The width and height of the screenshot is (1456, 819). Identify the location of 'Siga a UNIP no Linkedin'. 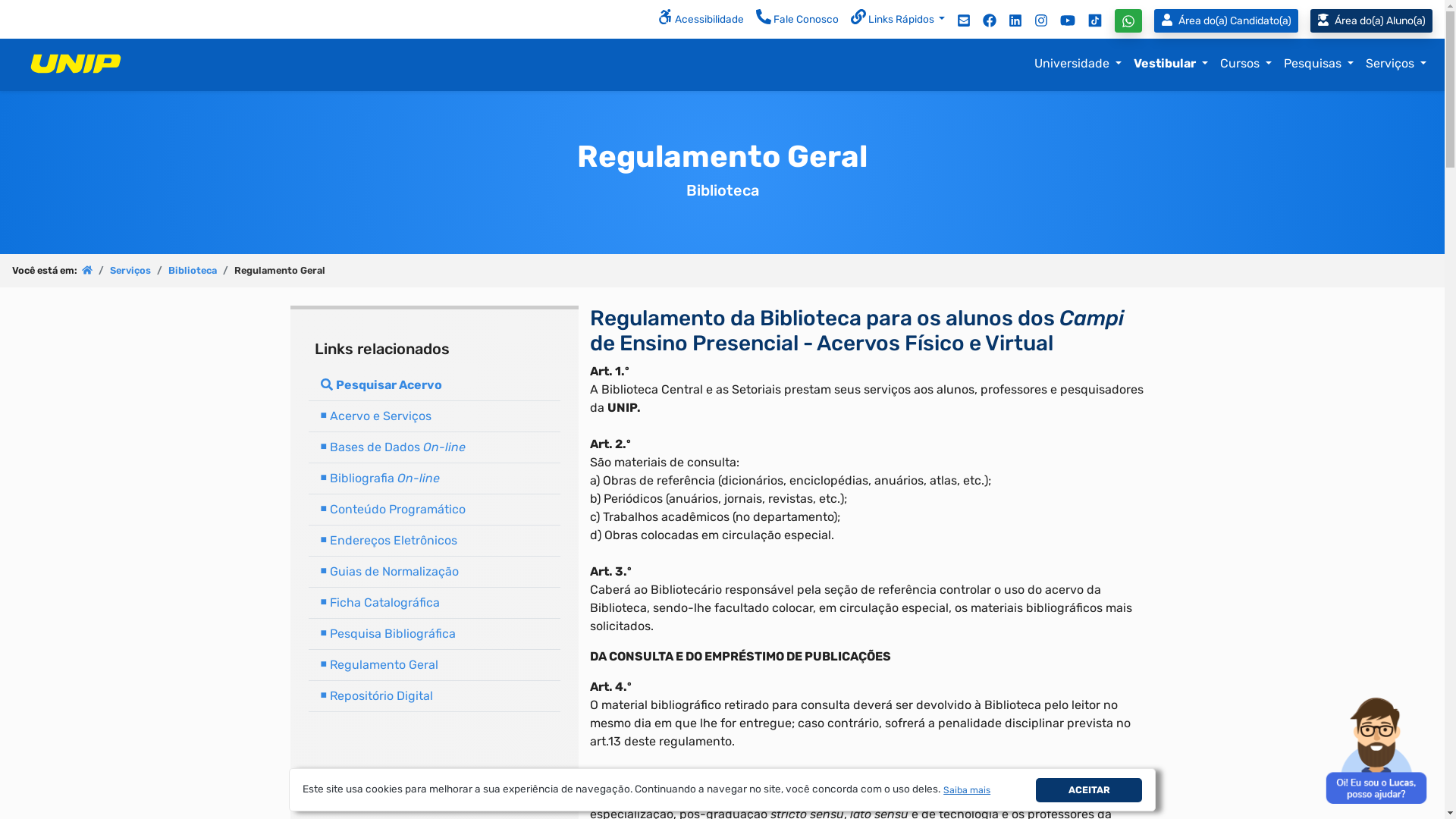
(1015, 20).